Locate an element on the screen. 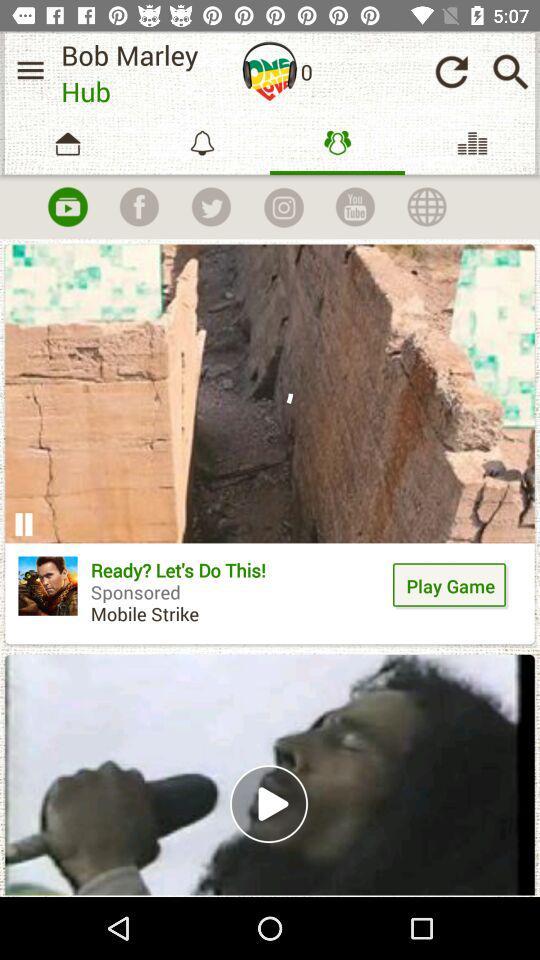 The width and height of the screenshot is (540, 960). the twitter icon is located at coordinates (210, 207).